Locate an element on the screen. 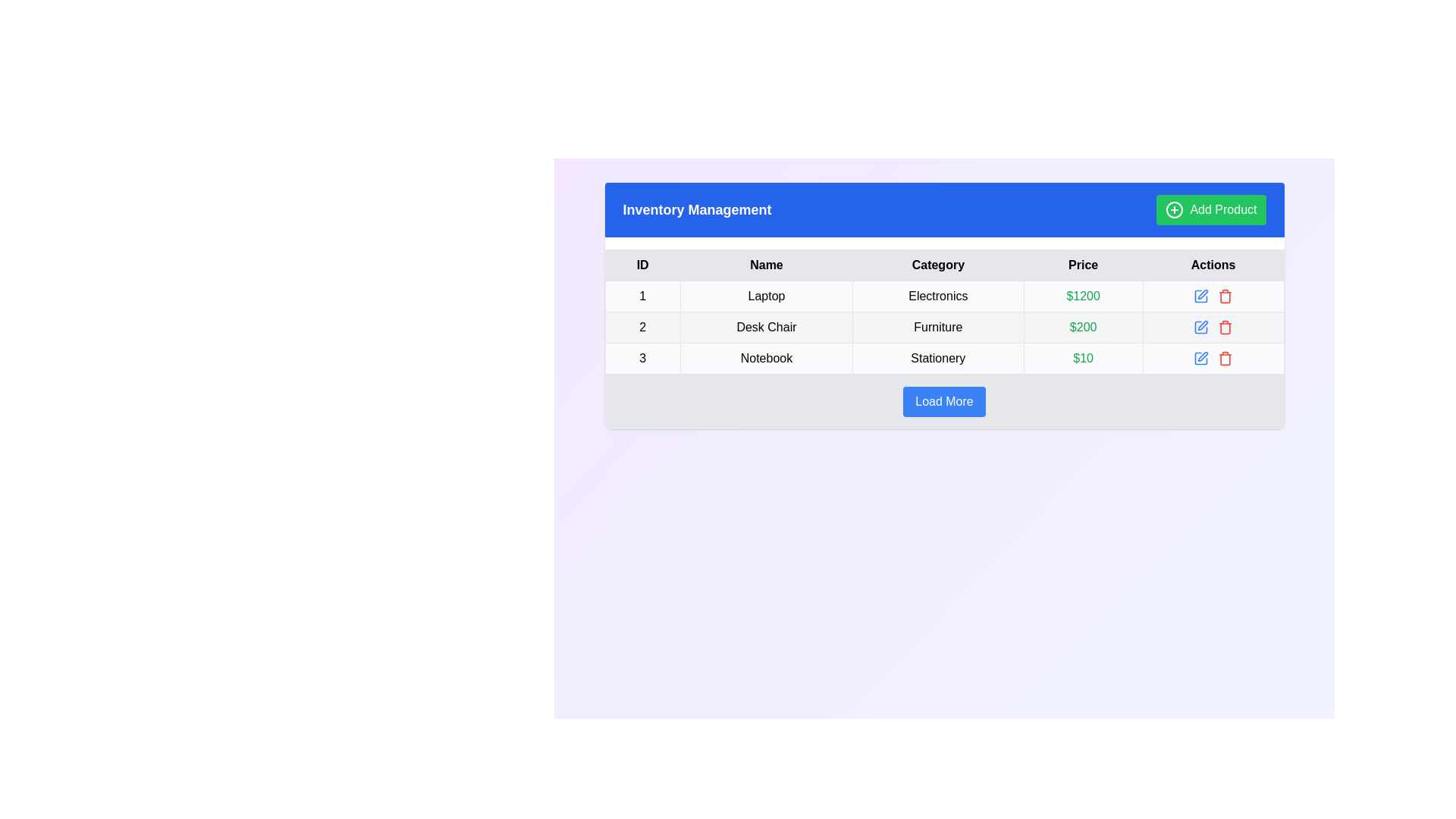  text within the inventory table located beneath the 'Inventory Management' header and above the 'Load More' button is located at coordinates (943, 311).